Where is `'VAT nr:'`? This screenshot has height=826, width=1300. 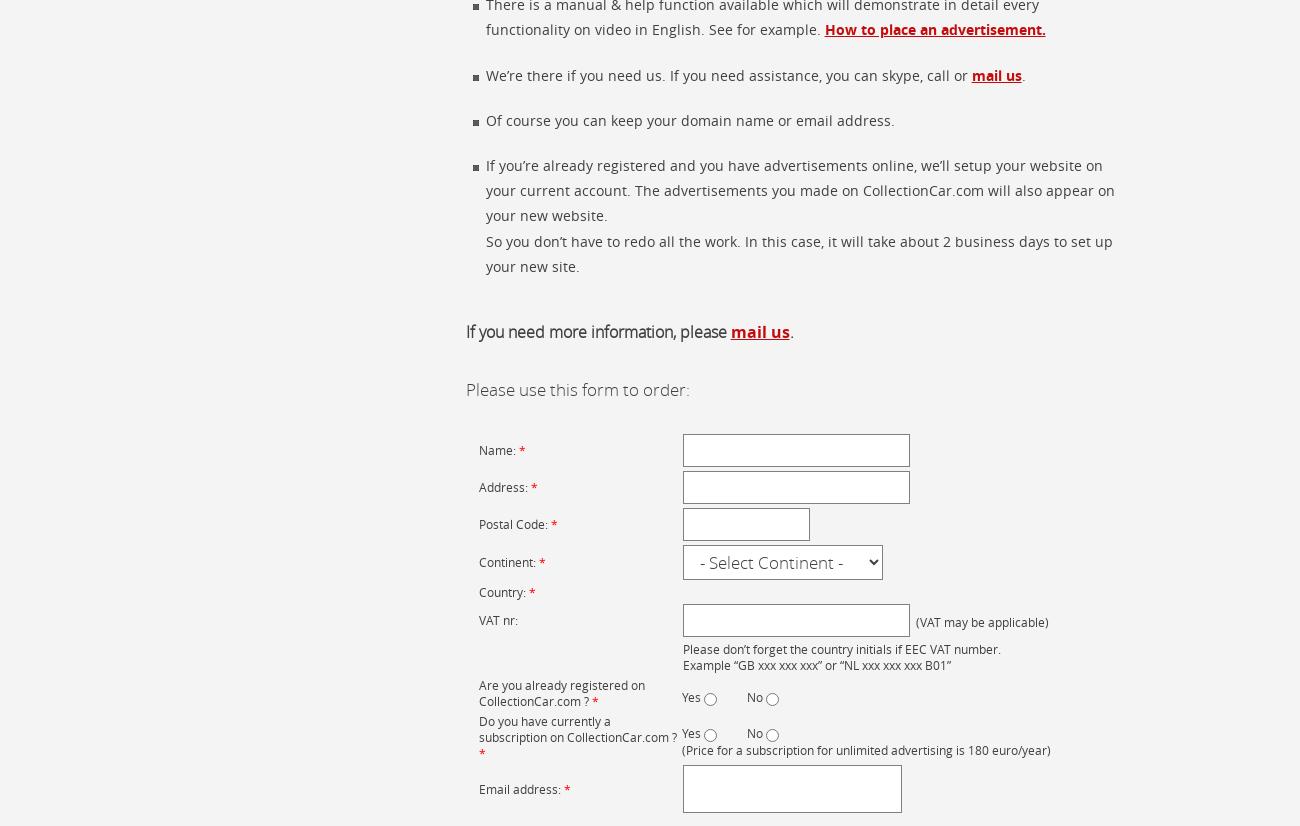
'VAT nr:' is located at coordinates (497, 619).